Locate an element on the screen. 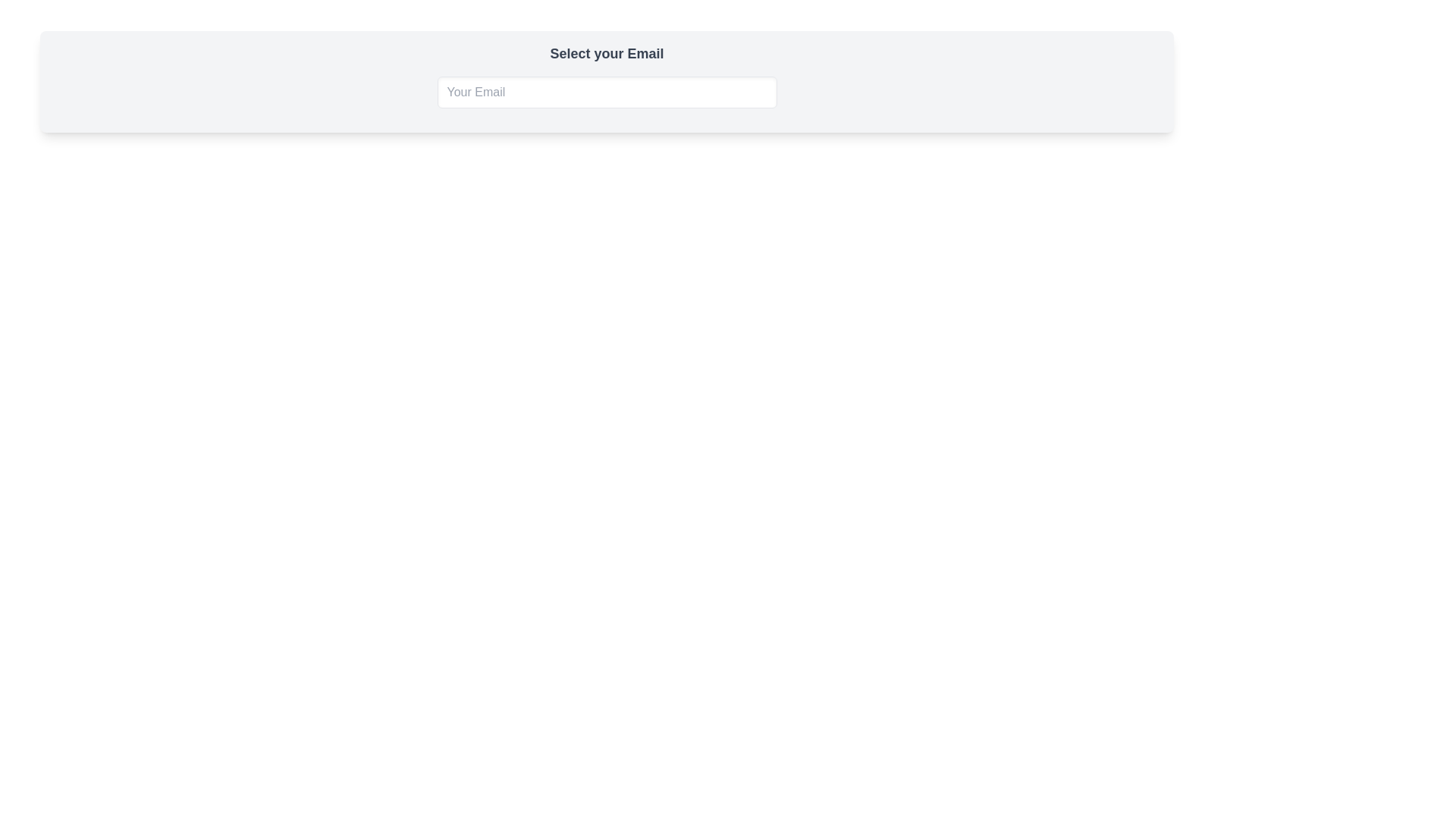  the prominent text label reading 'Select your Email', which is displayed in a bold, large dark-gray font at the top center of a card-like section is located at coordinates (607, 52).